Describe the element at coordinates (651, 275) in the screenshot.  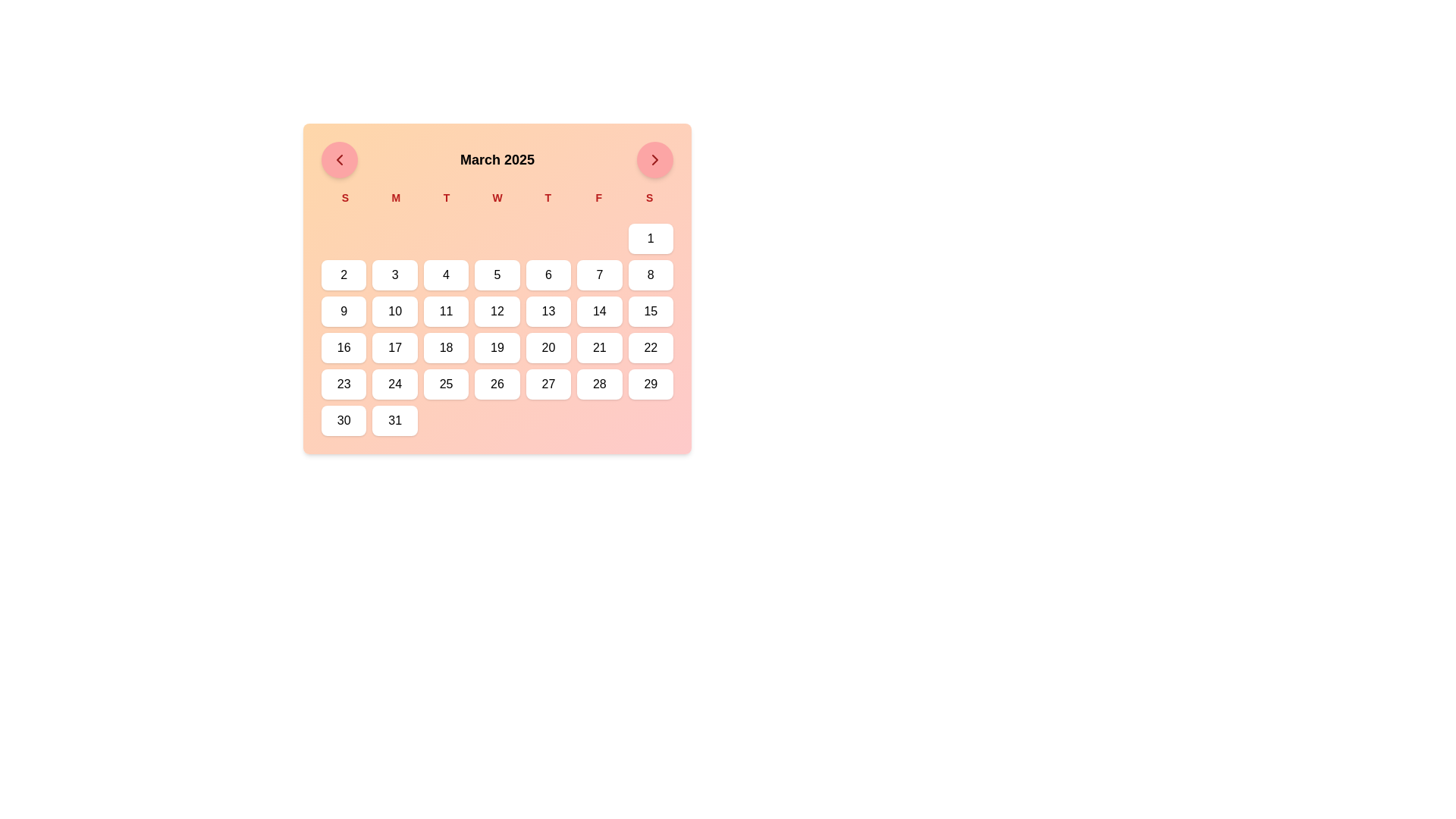
I see `the rectangular button displaying the number '8' located` at that location.